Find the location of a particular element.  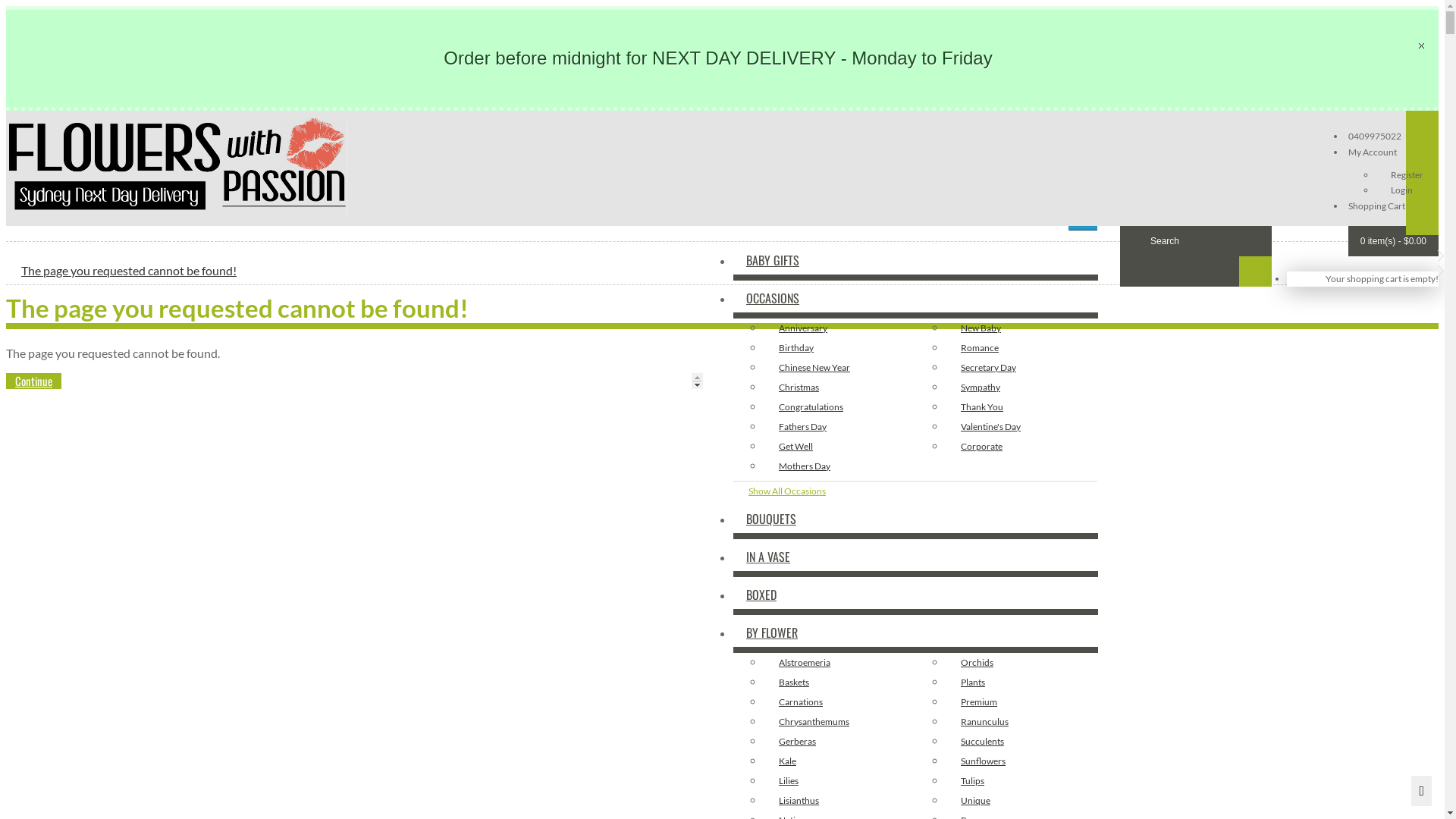

'Romance' is located at coordinates (1021, 348).